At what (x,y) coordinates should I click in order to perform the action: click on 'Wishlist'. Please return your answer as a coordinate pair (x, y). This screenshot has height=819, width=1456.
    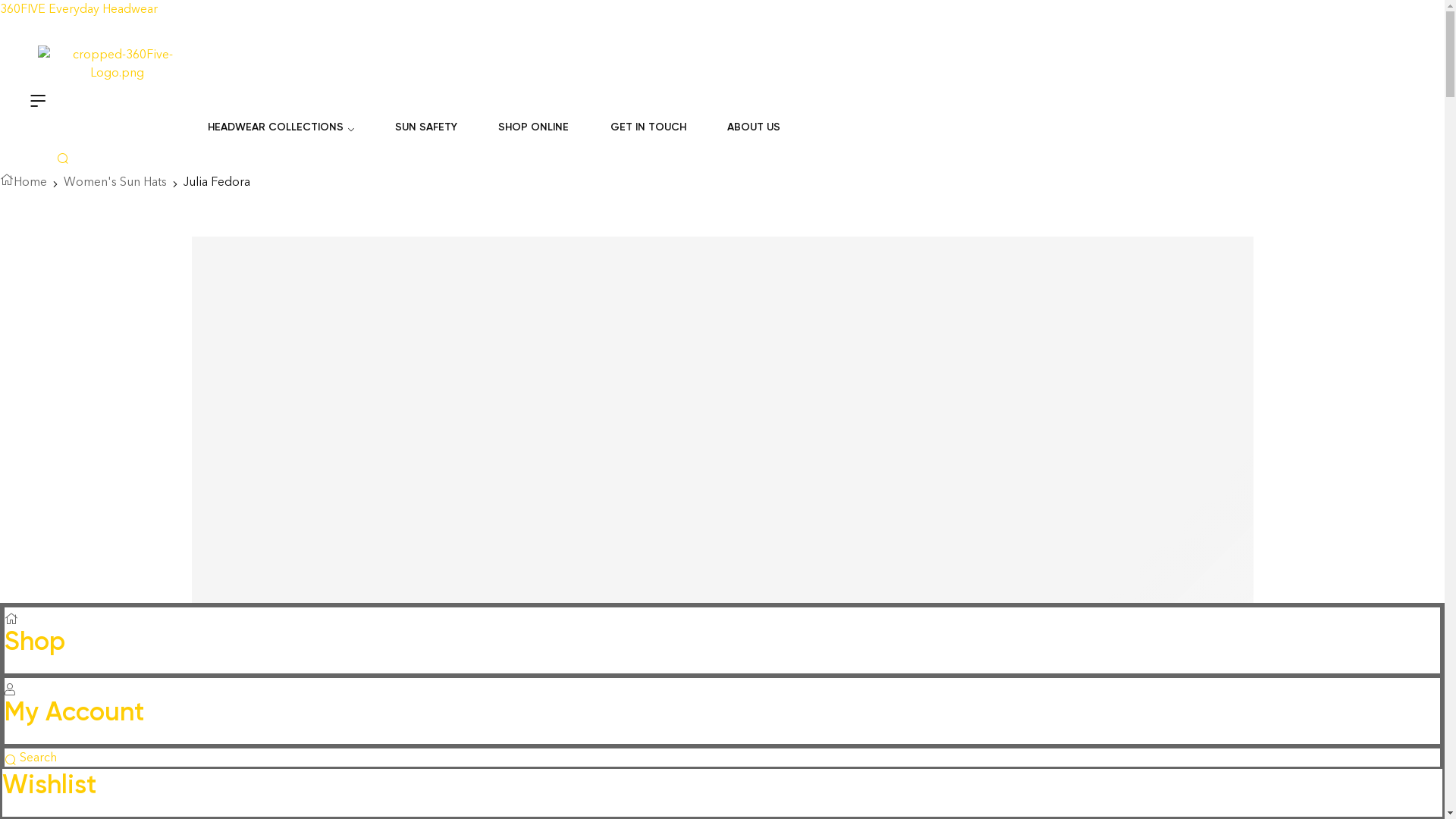
    Looking at the image, I should click on (49, 784).